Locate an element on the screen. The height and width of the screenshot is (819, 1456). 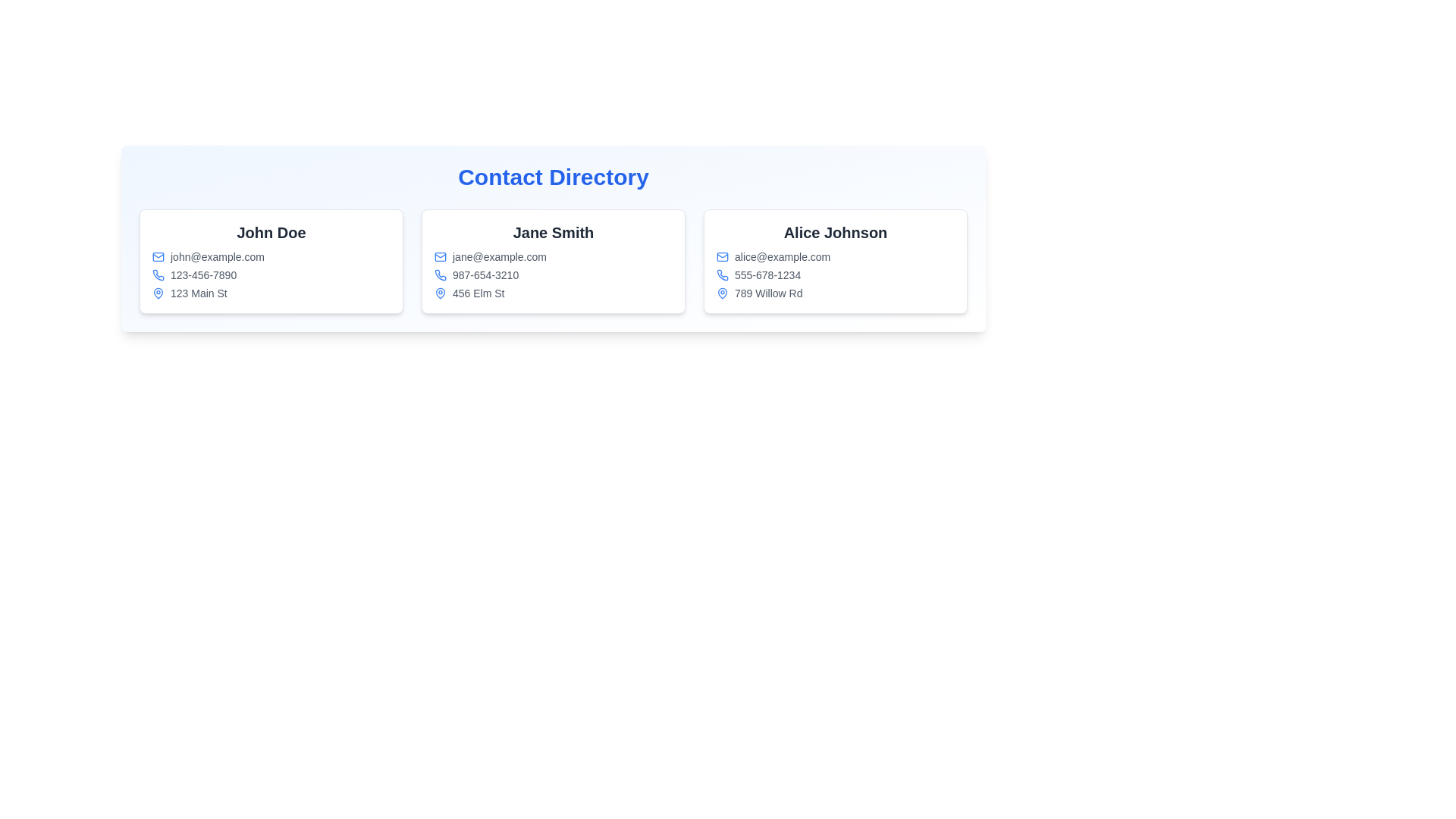
the blue phone icon located to the left of the phone number '123-456-7890' in the contact card for 'John Doe' is located at coordinates (158, 275).